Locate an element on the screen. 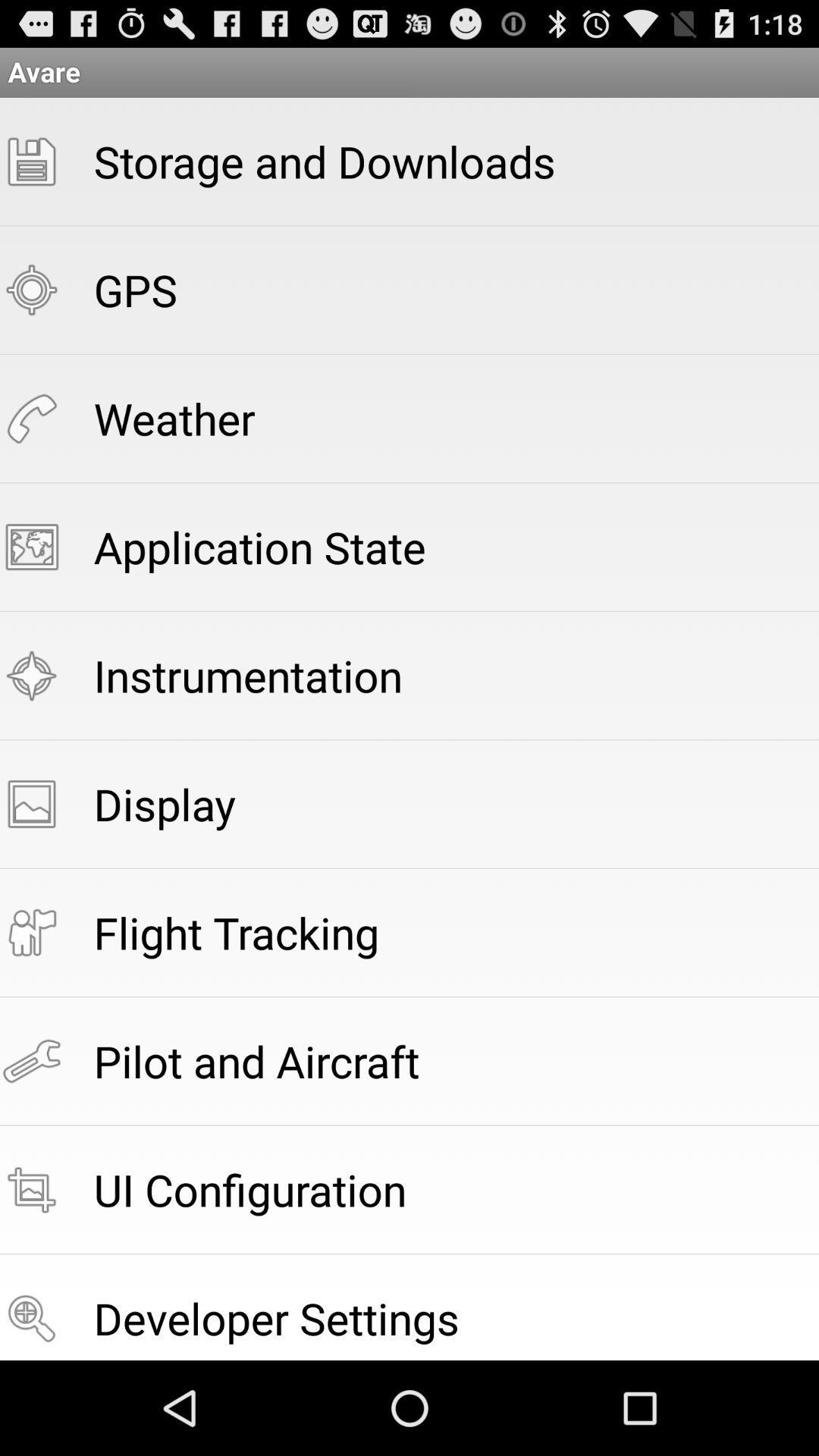 Image resolution: width=819 pixels, height=1456 pixels. app below the weather icon is located at coordinates (259, 546).